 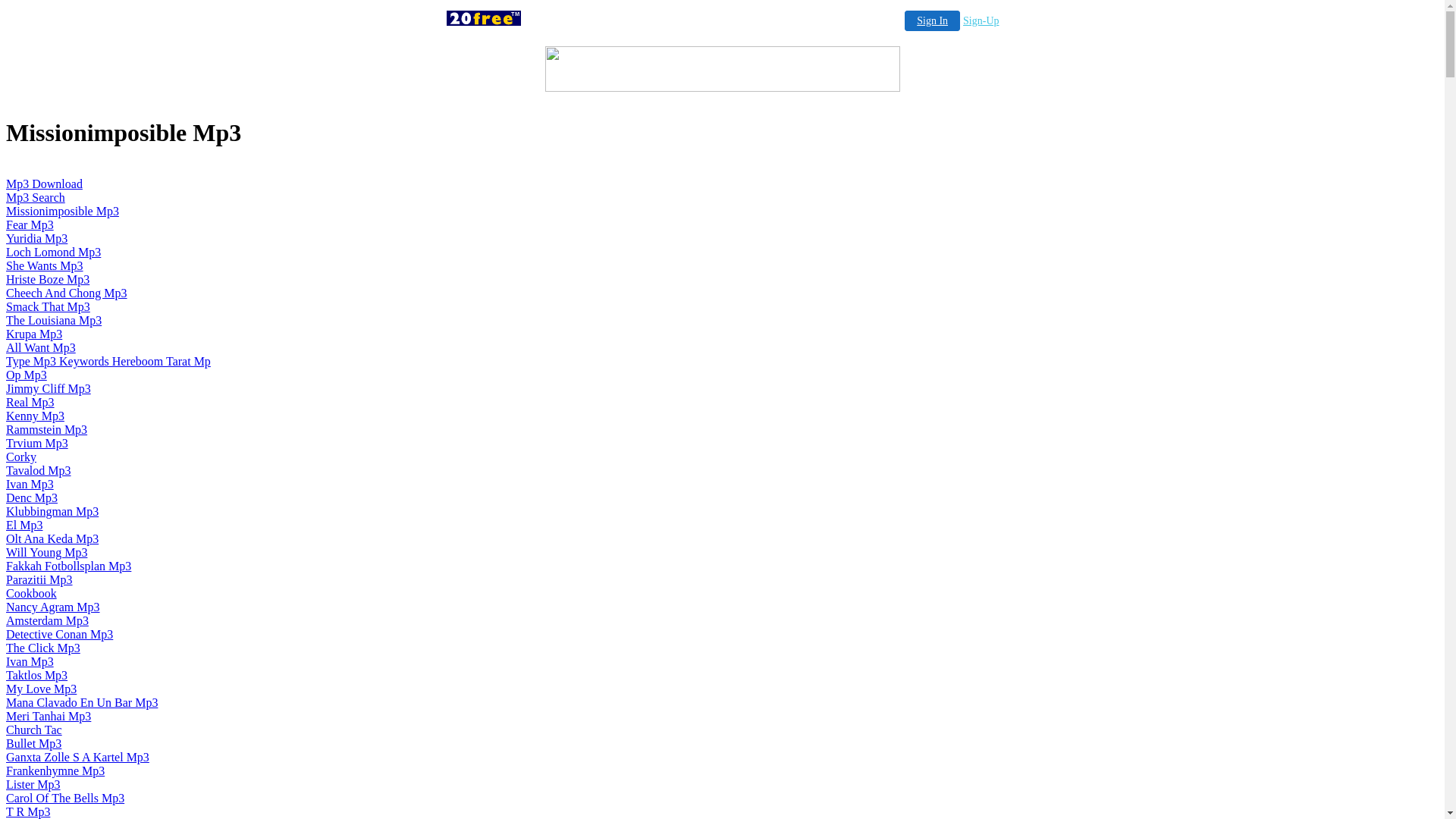 What do you see at coordinates (64, 797) in the screenshot?
I see `'Carol Of The Bells Mp3'` at bounding box center [64, 797].